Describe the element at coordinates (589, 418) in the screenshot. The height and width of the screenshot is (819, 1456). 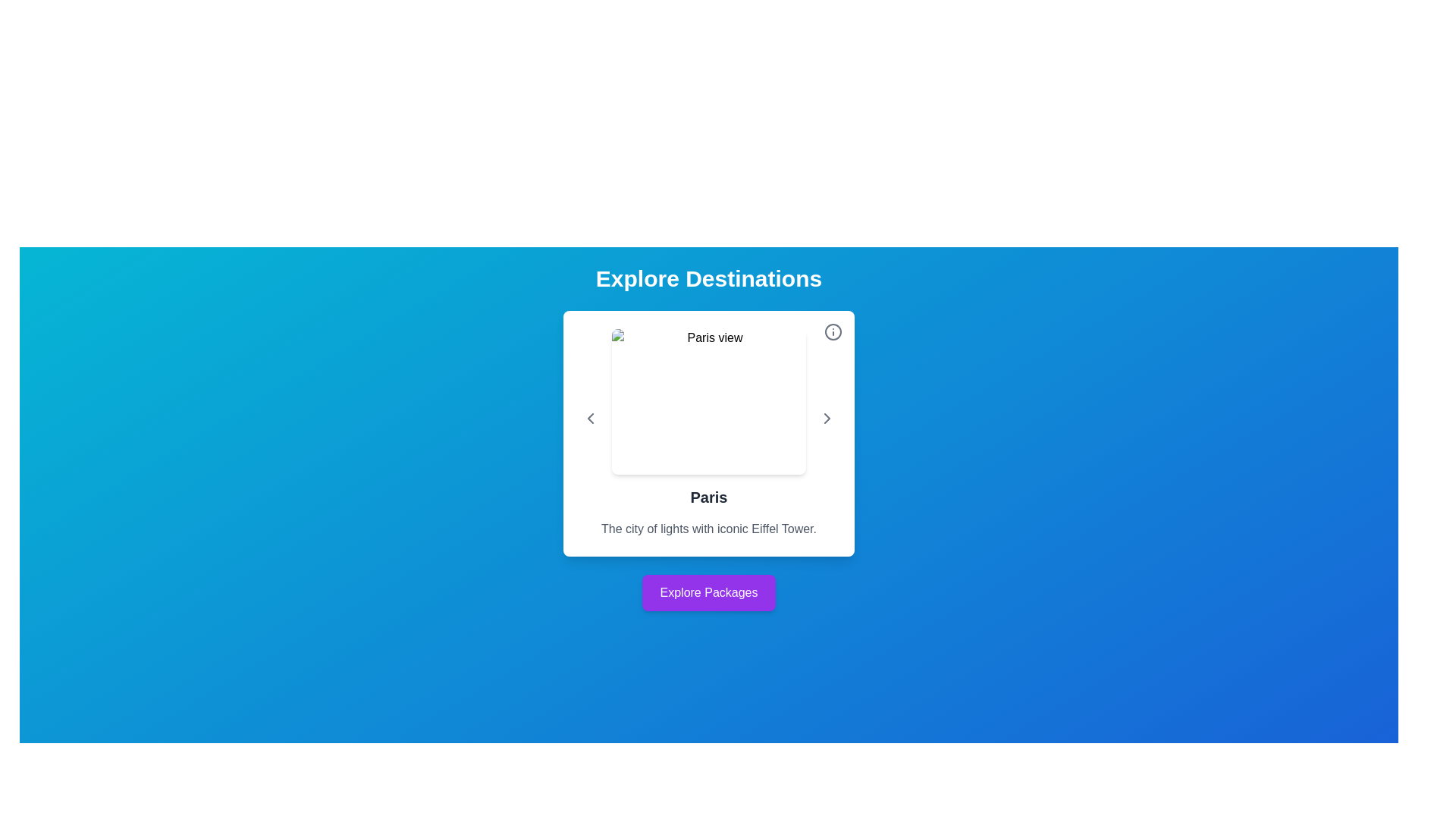
I see `the navigation button that allows the user to move to the previous item in the sequence, located to the left of a picture and descriptive text about 'Paris'` at that location.